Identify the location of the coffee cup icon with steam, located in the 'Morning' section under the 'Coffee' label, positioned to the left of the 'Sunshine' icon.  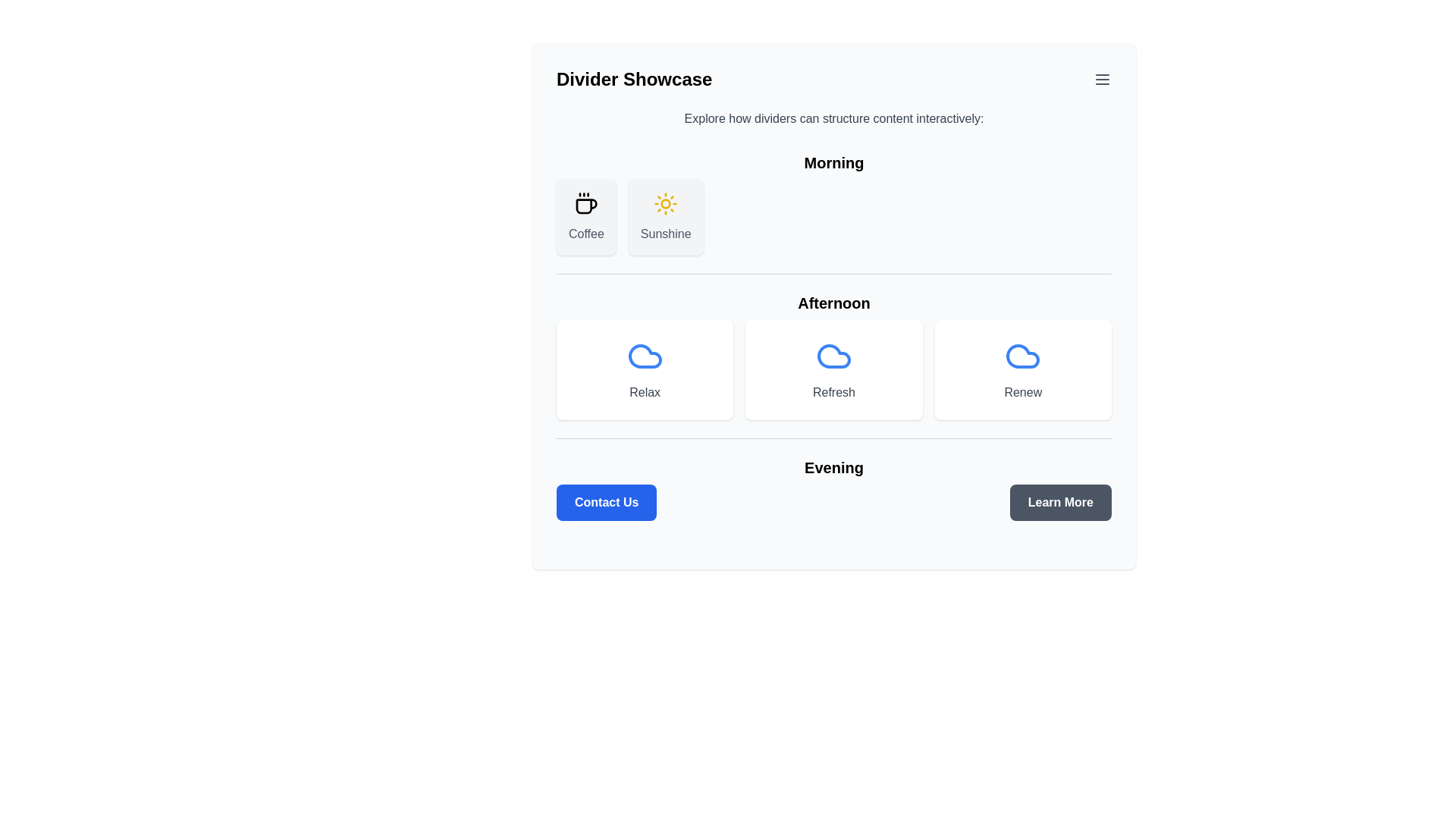
(585, 203).